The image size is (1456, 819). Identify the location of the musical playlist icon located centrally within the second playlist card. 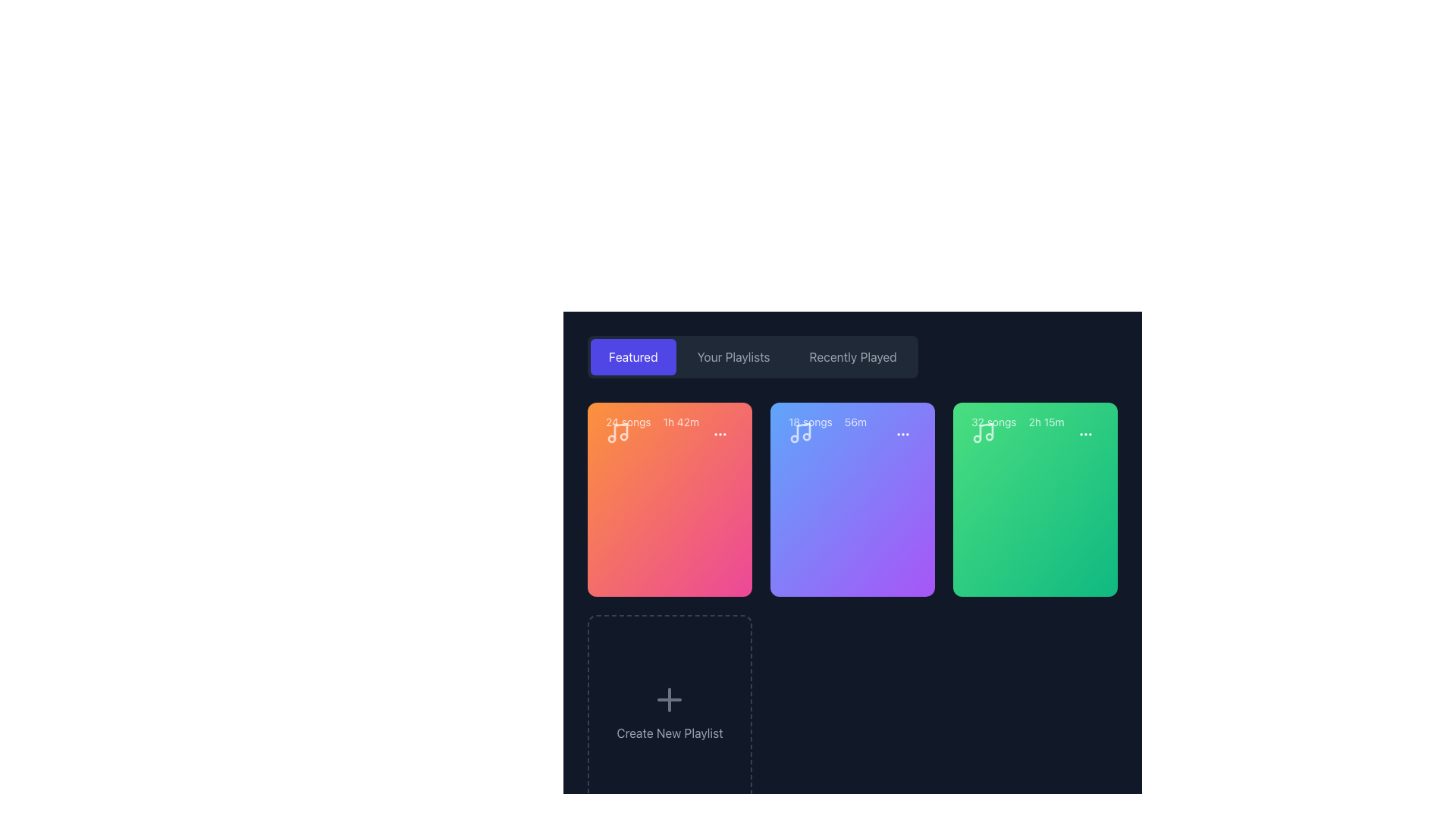
(803, 431).